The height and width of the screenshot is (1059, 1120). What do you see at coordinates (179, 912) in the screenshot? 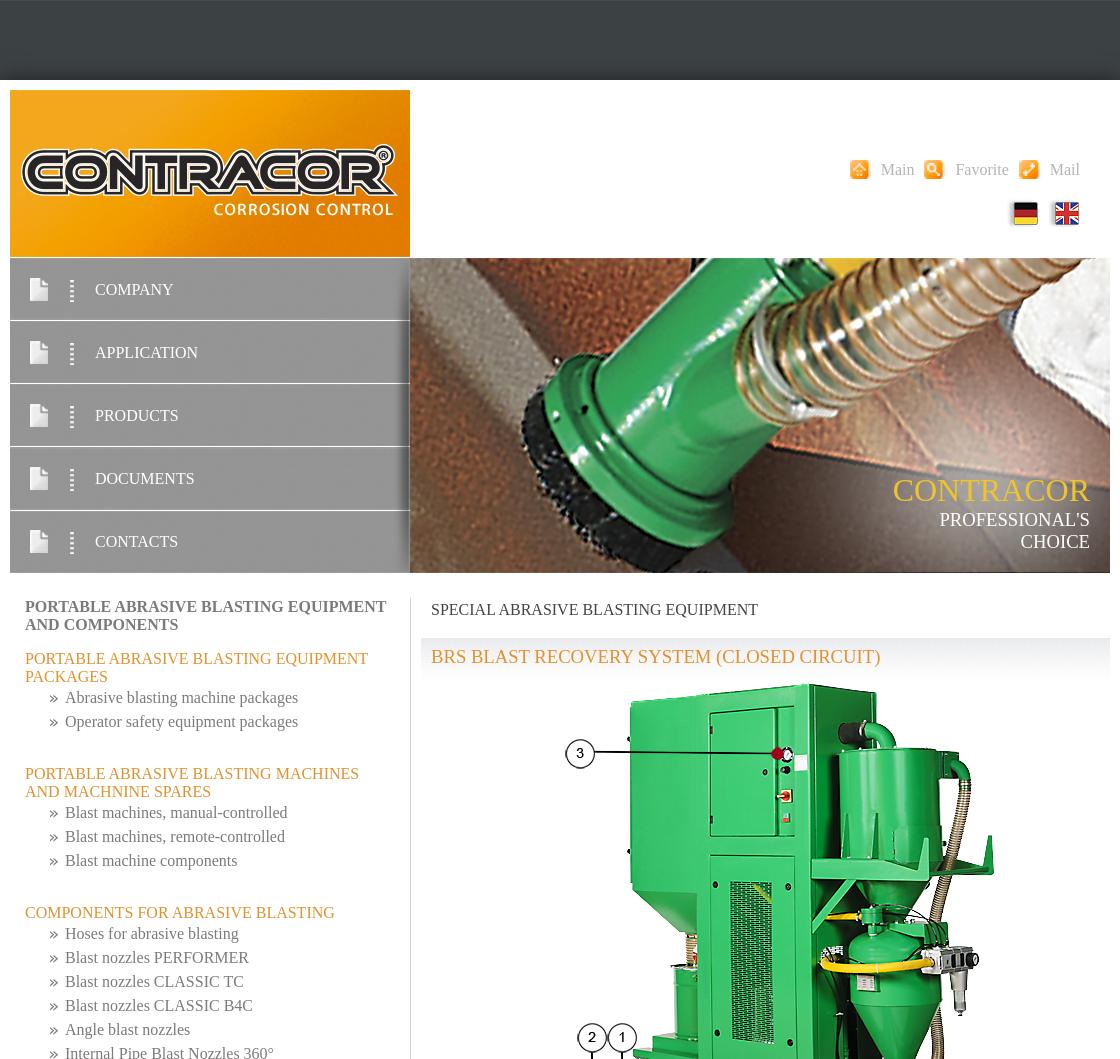
I see `'COMPONENTS FOR ABRASIVE BLASTING'` at bounding box center [179, 912].